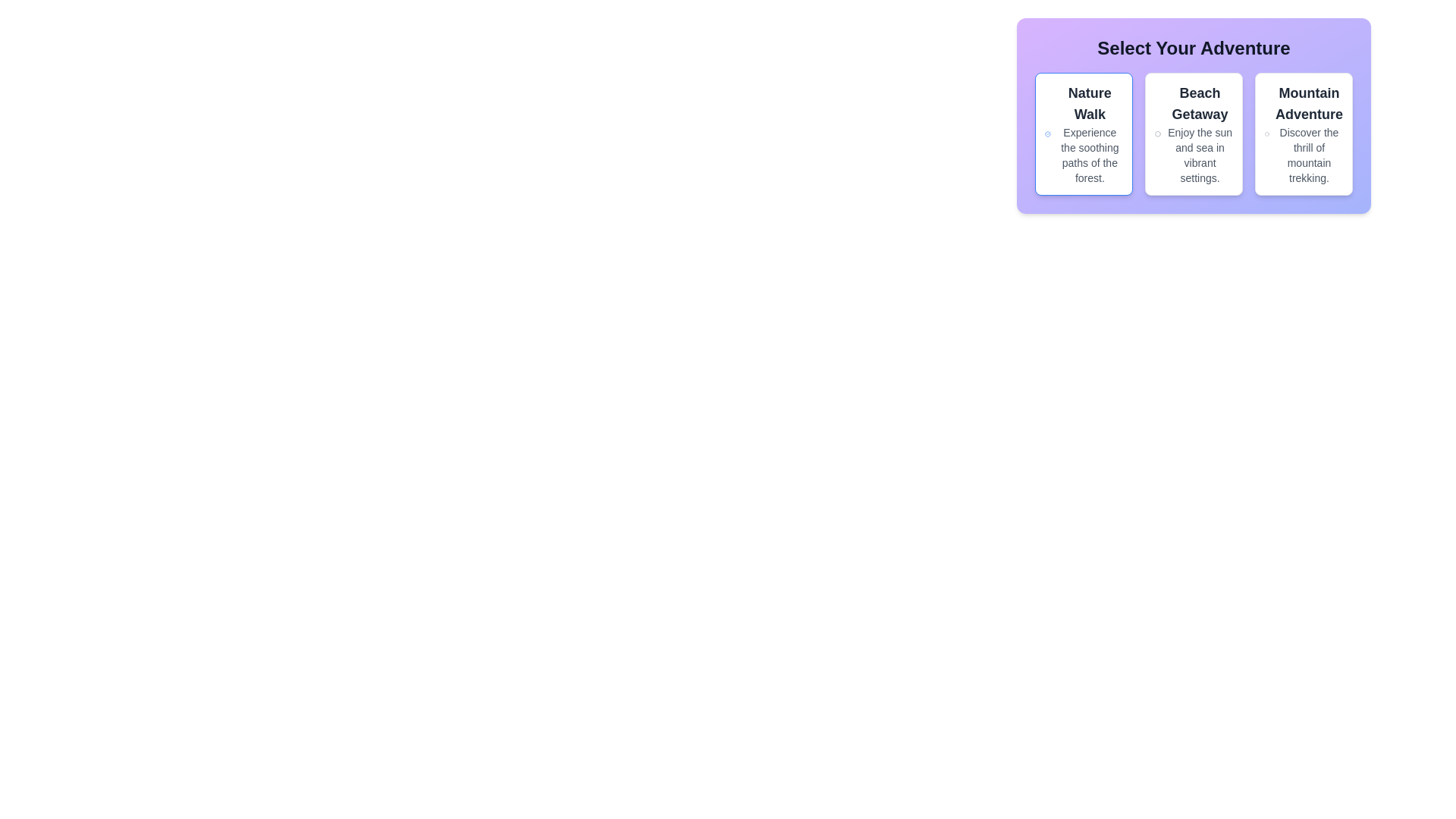  What do you see at coordinates (1193, 133) in the screenshot?
I see `the second card in the grid layout, which is positioned between the 'Nature Walk' card and the 'Mountain Adventure' card, to trigger the animation effect` at bounding box center [1193, 133].